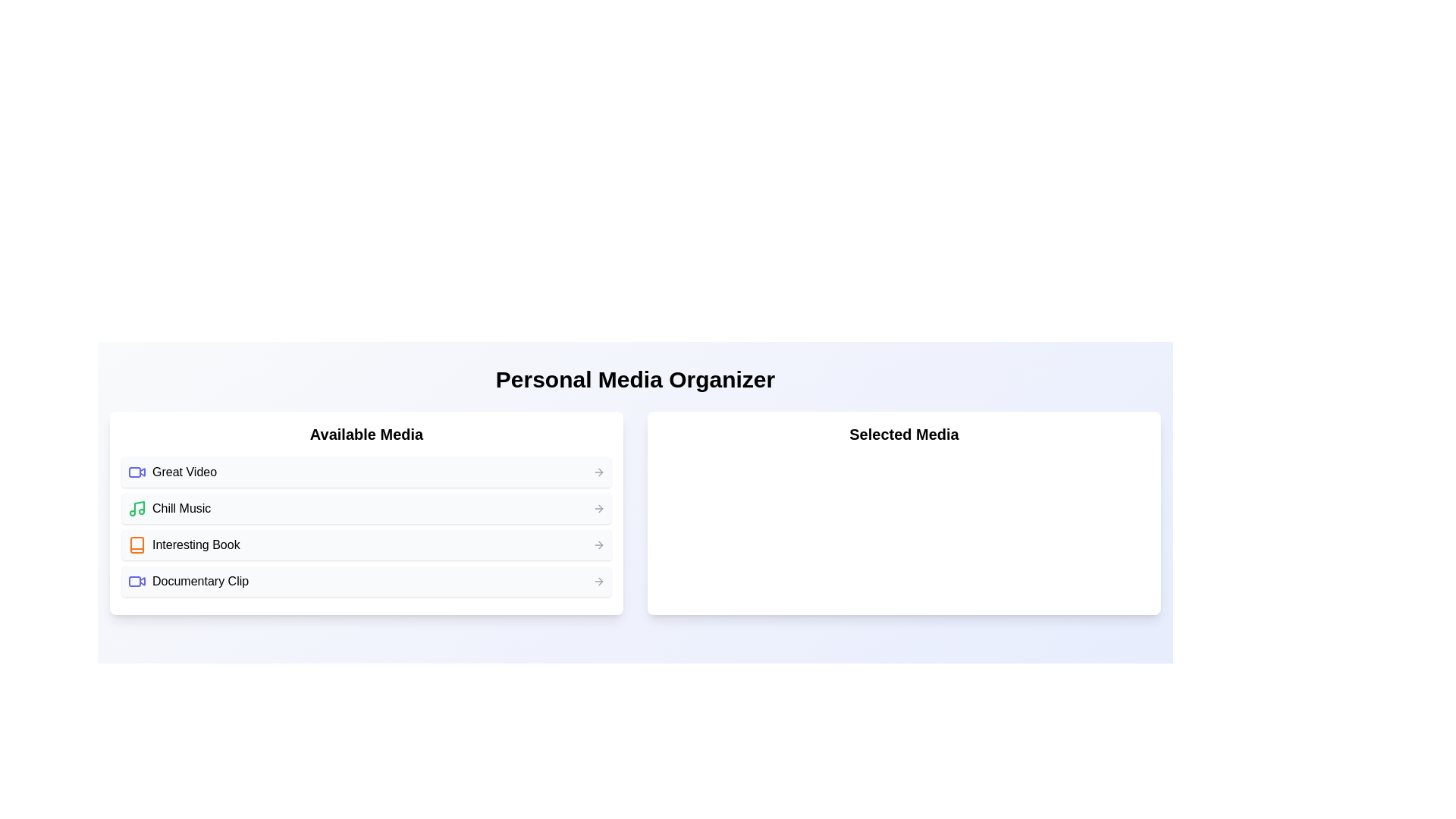 This screenshot has width=1456, height=819. What do you see at coordinates (598, 472) in the screenshot?
I see `the arrow icon located at the rightmost part of the row titled 'Great Video' in the 'Available Media' list` at bounding box center [598, 472].